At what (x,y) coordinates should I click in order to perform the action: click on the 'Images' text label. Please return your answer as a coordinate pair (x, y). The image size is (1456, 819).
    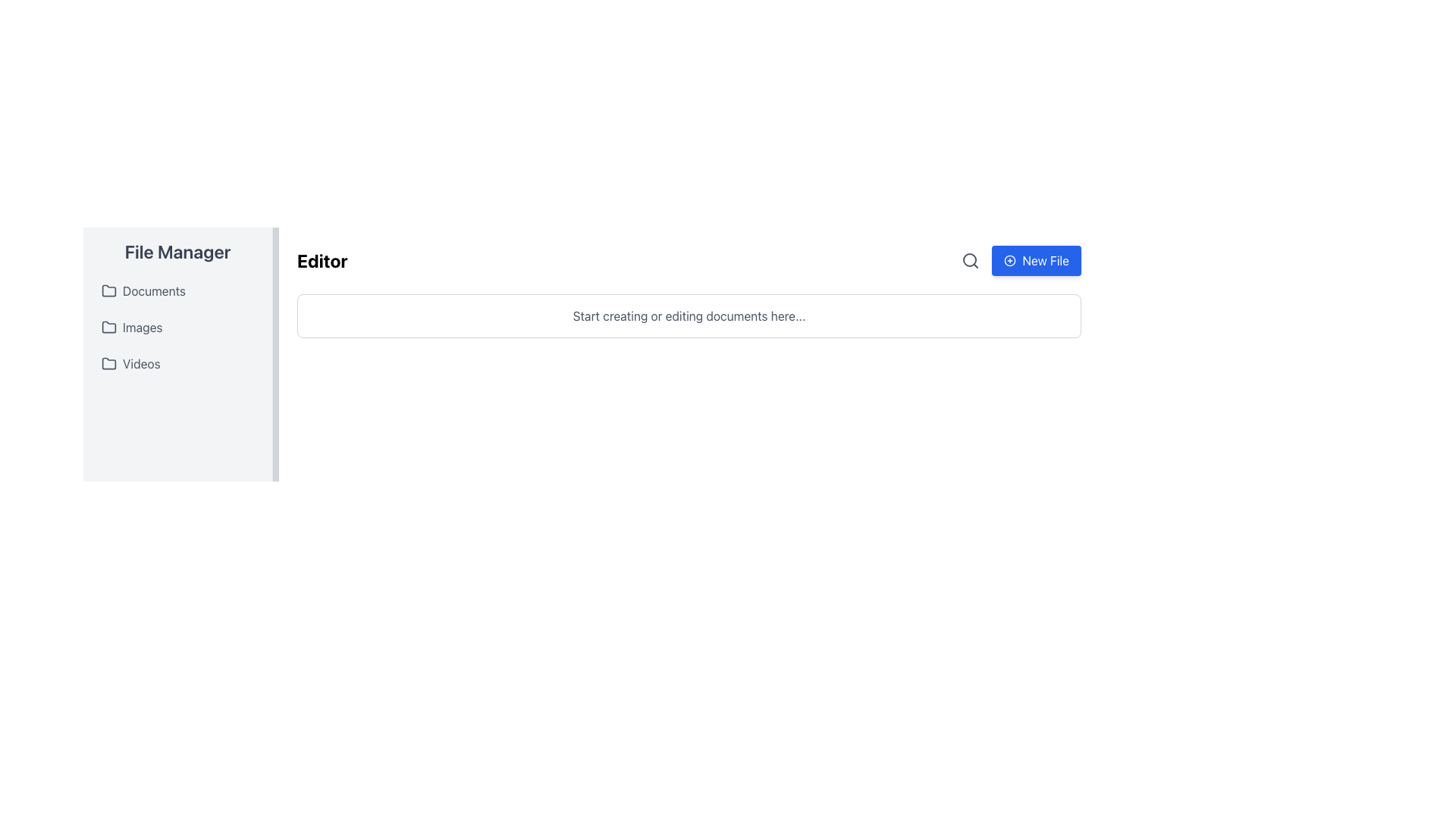
    Looking at the image, I should click on (143, 327).